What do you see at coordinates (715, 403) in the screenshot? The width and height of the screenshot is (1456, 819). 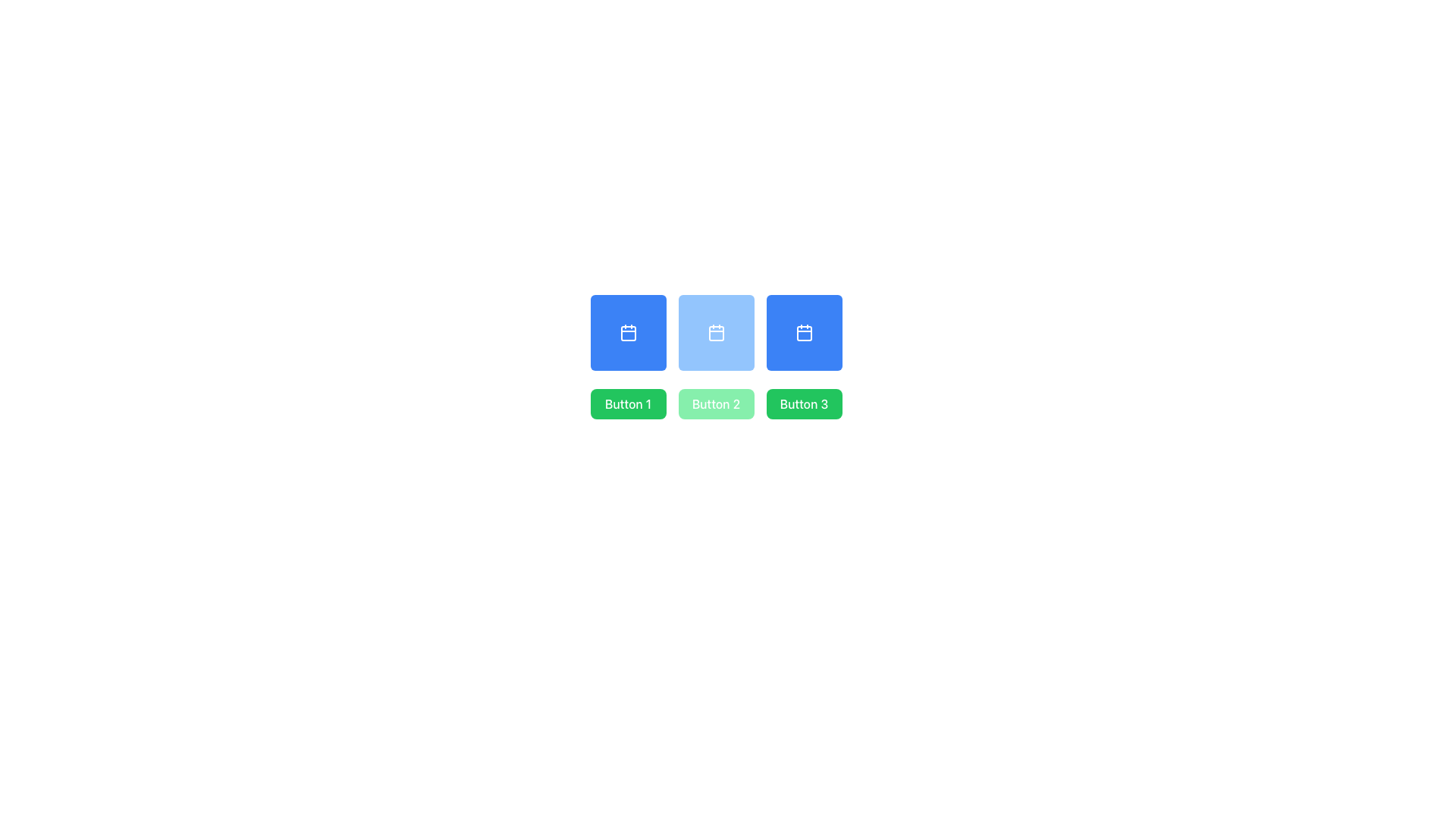 I see `the green button labeled 'Button 2'` at bounding box center [715, 403].